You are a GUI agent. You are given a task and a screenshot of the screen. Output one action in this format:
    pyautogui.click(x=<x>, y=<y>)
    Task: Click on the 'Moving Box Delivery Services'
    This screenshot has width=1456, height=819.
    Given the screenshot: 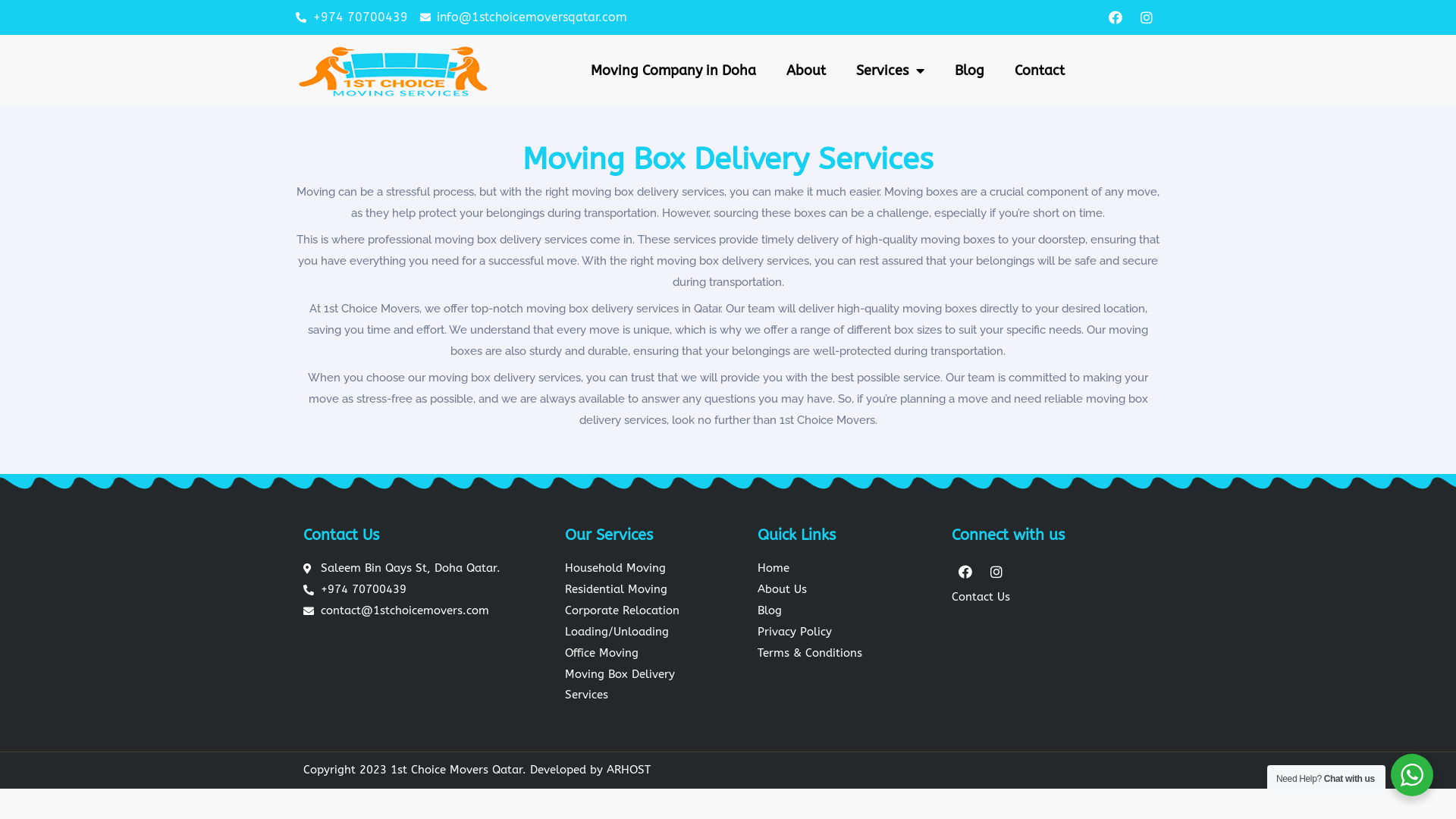 What is the action you would take?
    pyautogui.click(x=642, y=685)
    